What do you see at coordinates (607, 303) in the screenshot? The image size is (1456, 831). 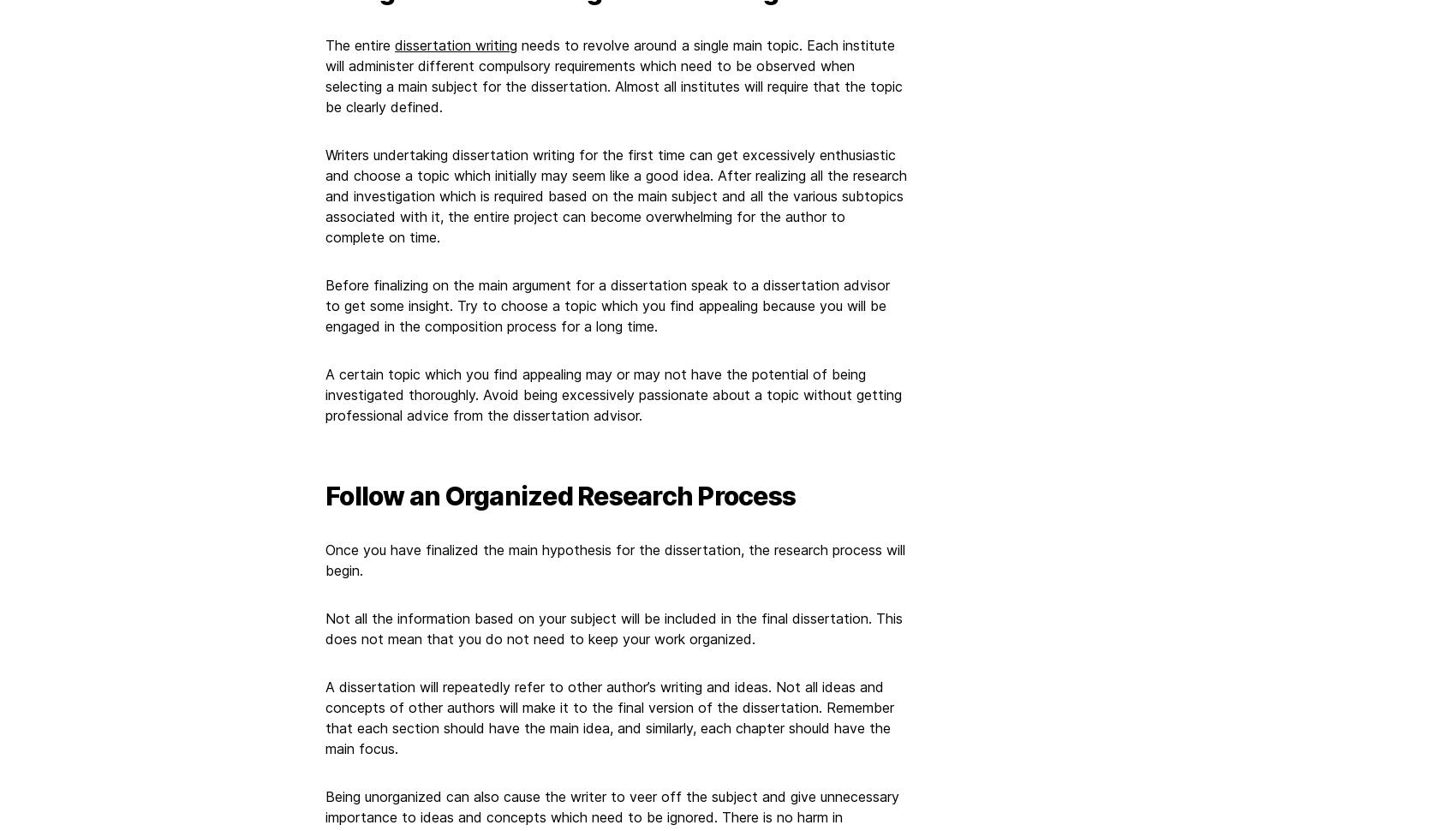 I see `'Before finalizing on the main argument for a dissertation speak to a dissertation advisor to get some insight. Try to choose a topic which you find appealing because you will be engaged in the composition process for a long time.'` at bounding box center [607, 303].